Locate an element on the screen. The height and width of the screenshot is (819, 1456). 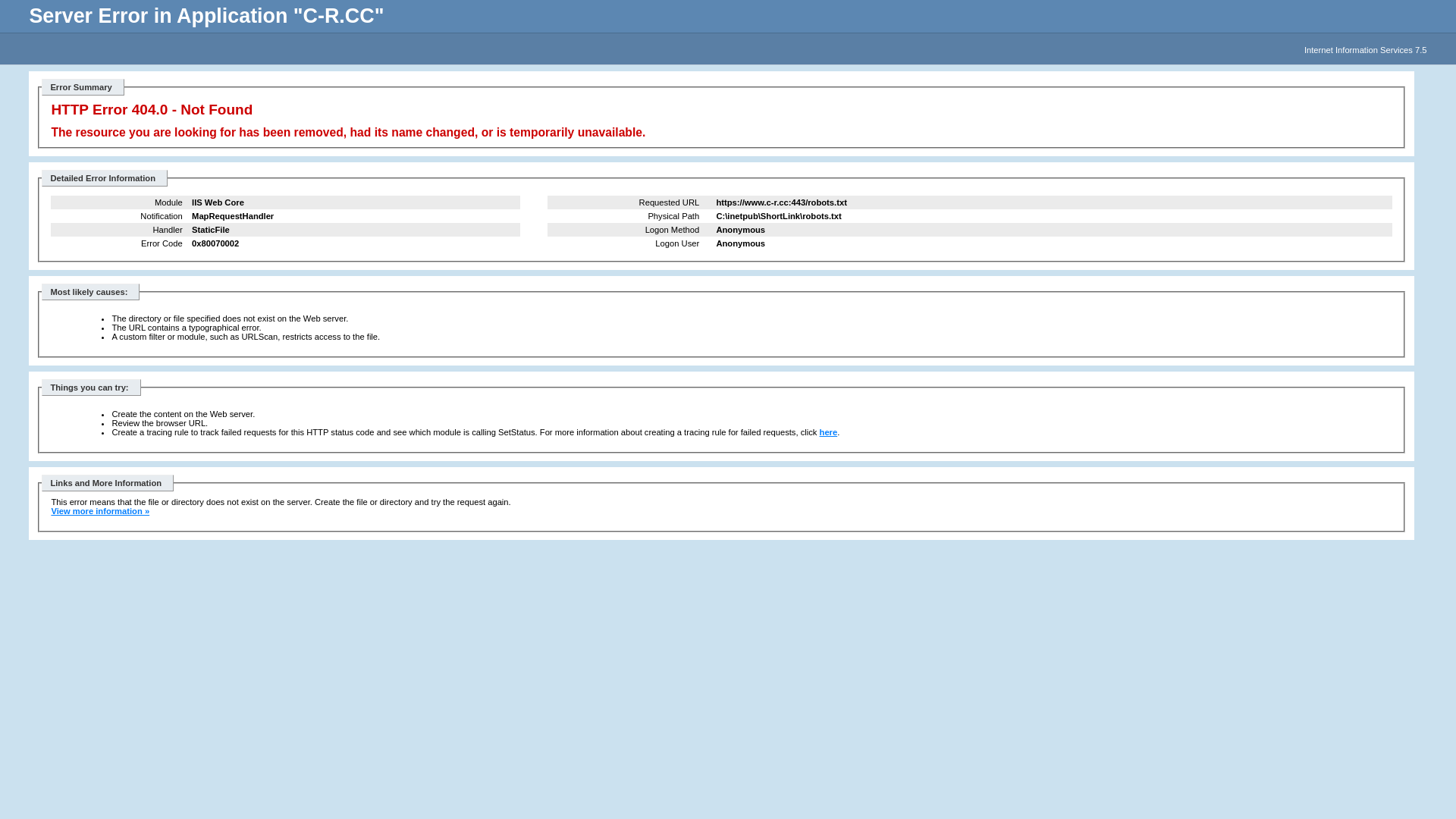
'here' is located at coordinates (828, 432).